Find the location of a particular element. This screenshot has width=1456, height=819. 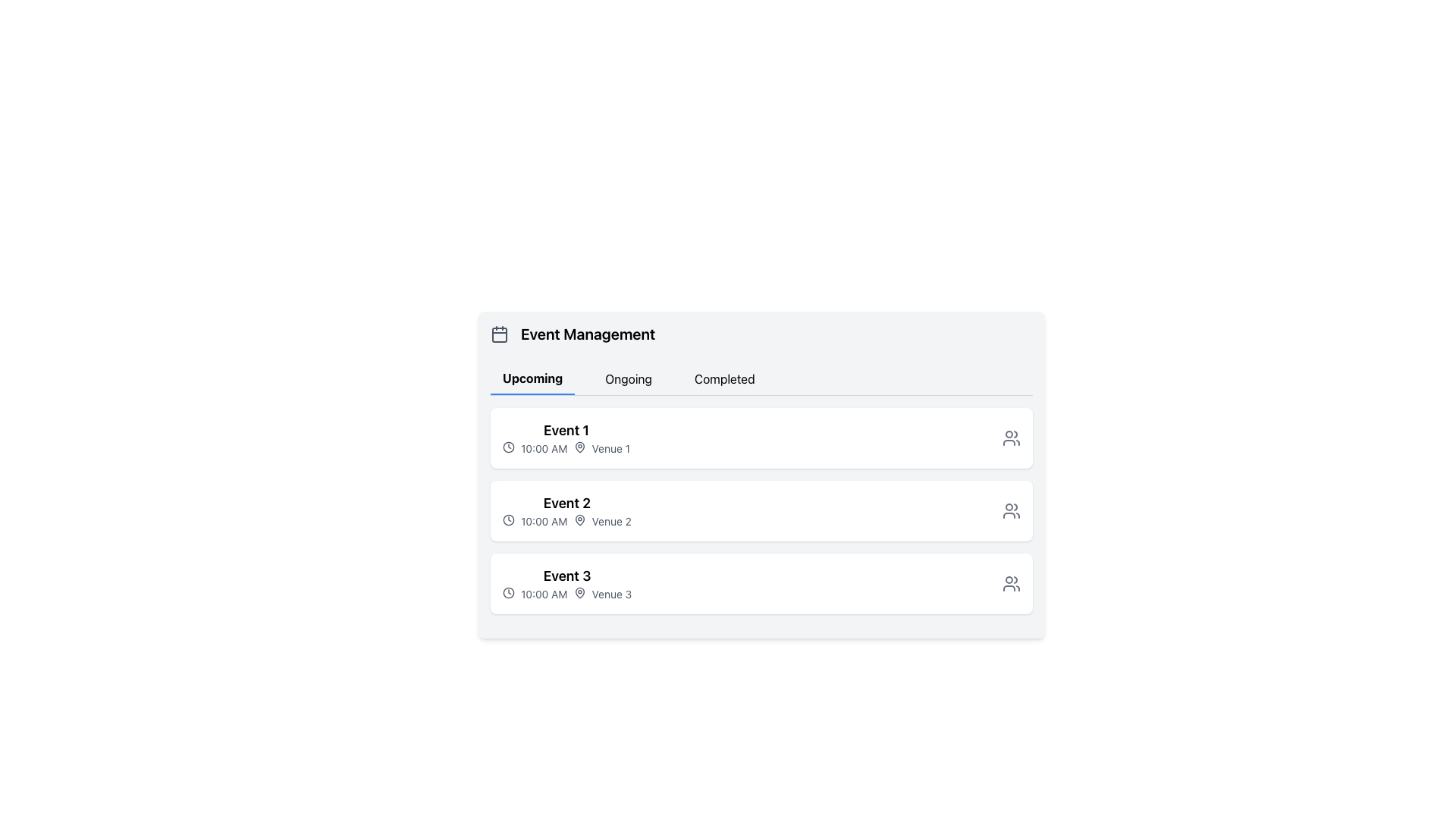

the circular component of the 'Event 2' icon is located at coordinates (509, 519).